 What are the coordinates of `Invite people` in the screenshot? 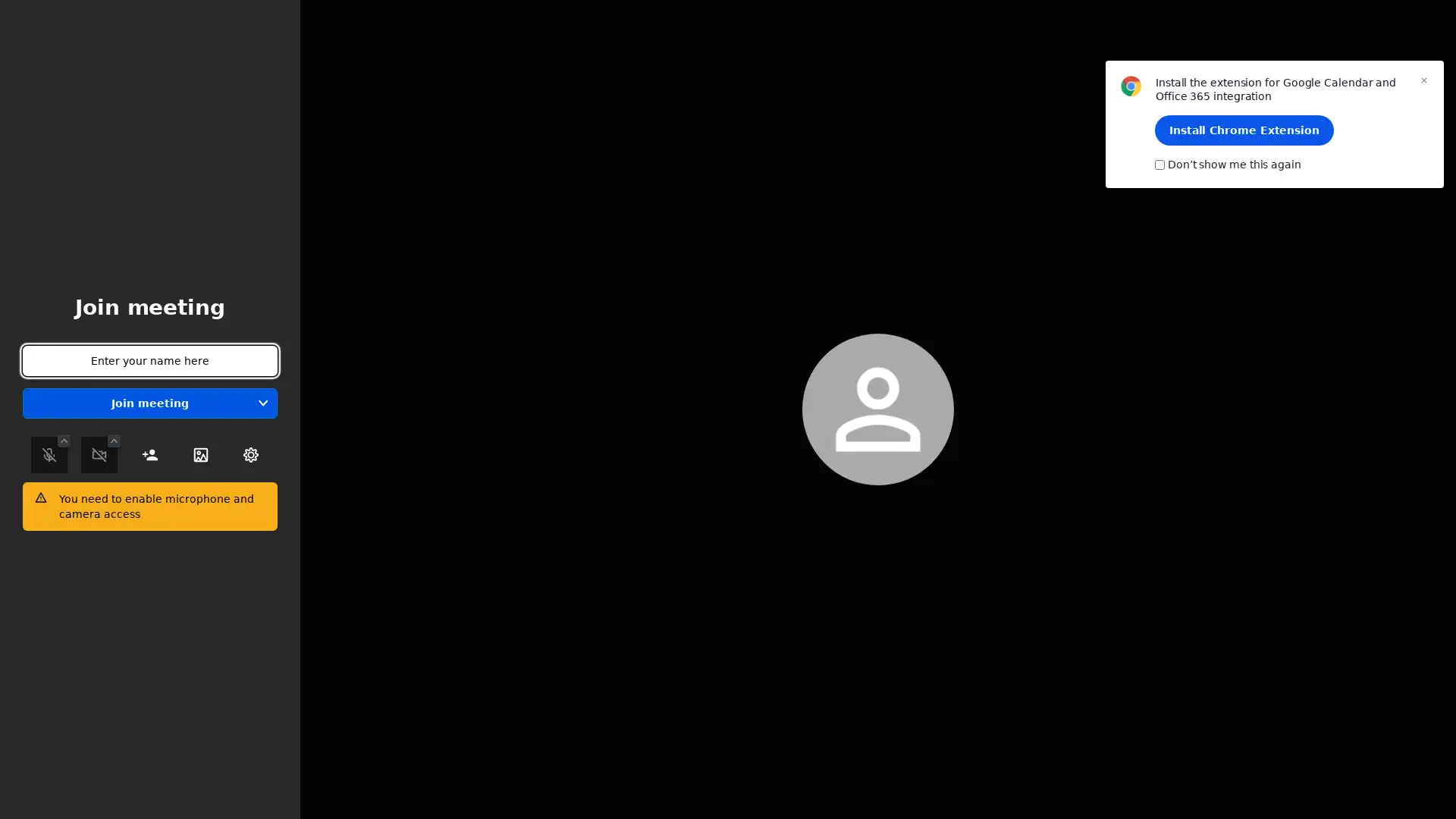 It's located at (149, 454).